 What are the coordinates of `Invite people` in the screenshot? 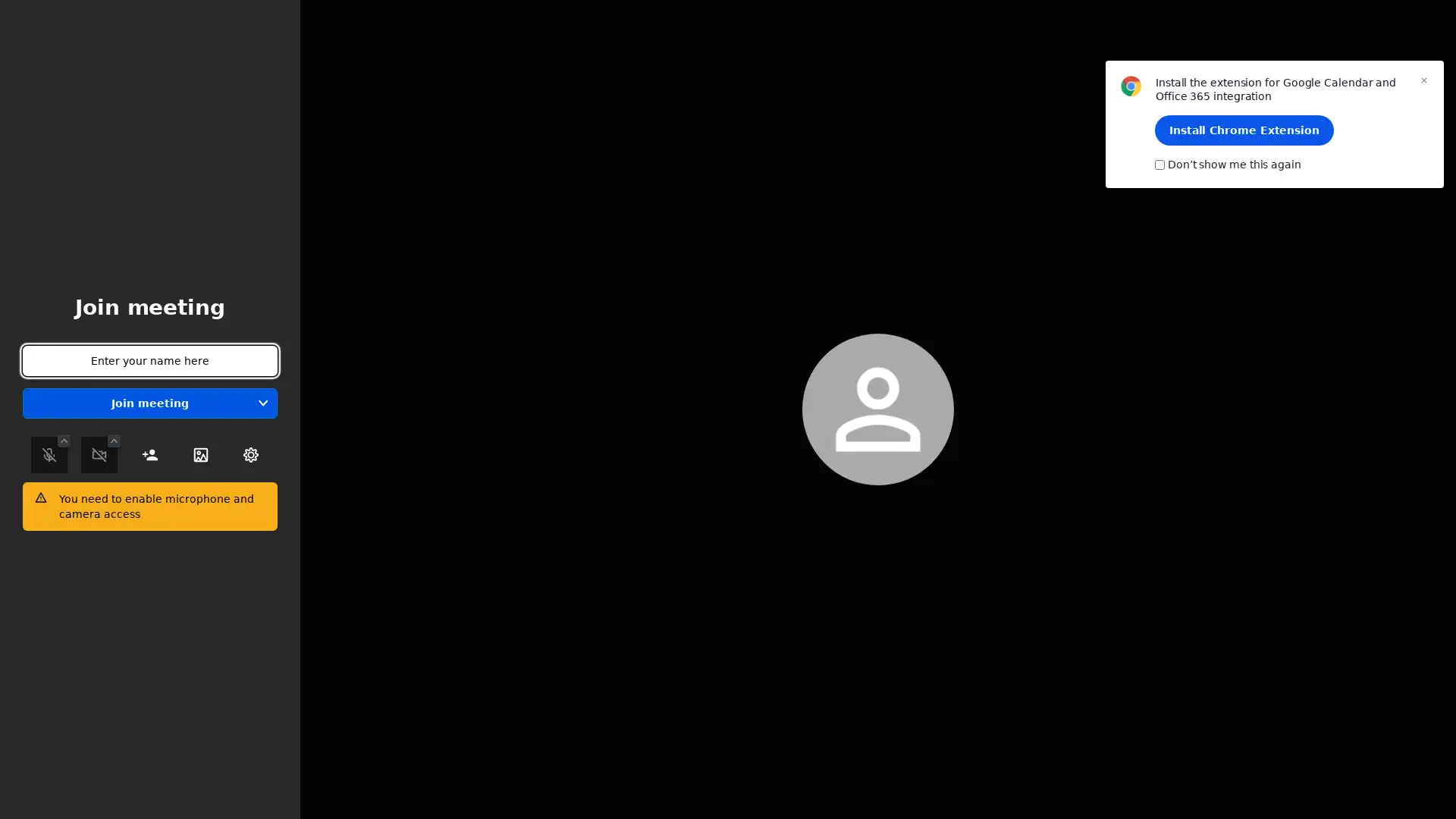 It's located at (149, 454).